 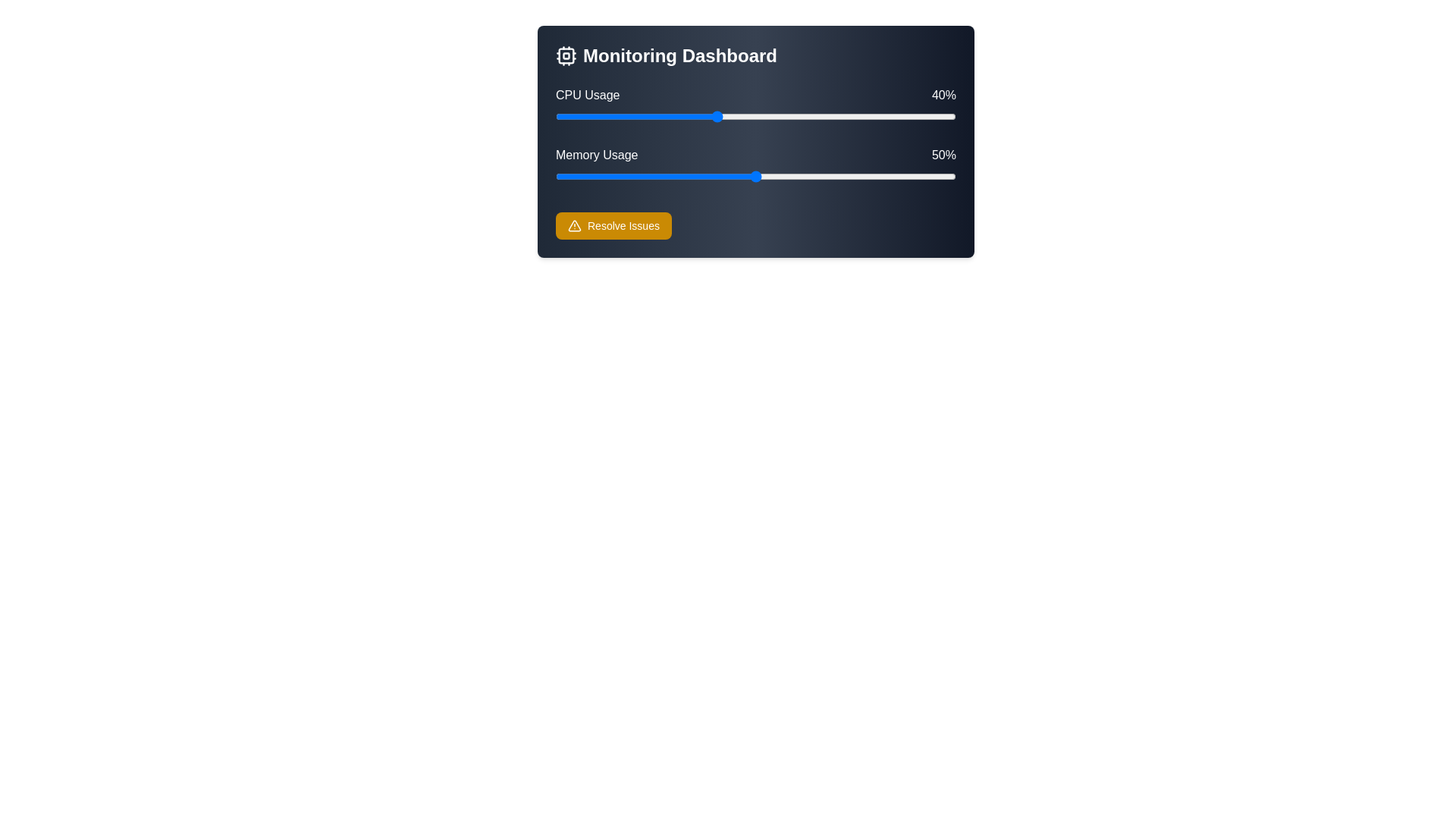 I want to click on the Range slider for 'Memory Usage', which is located beneath the label 'Memory Usage' and adjacent to the percentage label '50%', so click(x=756, y=175).